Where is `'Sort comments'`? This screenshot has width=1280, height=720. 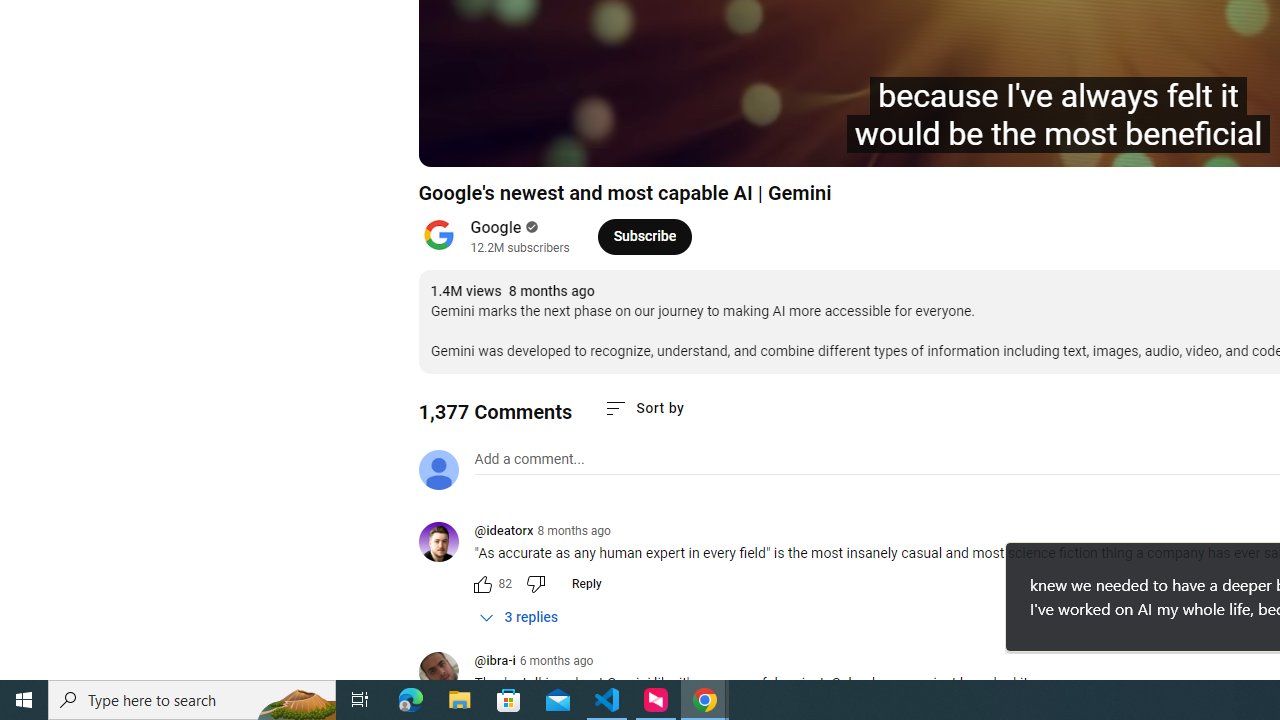 'Sort comments' is located at coordinates (644, 407).